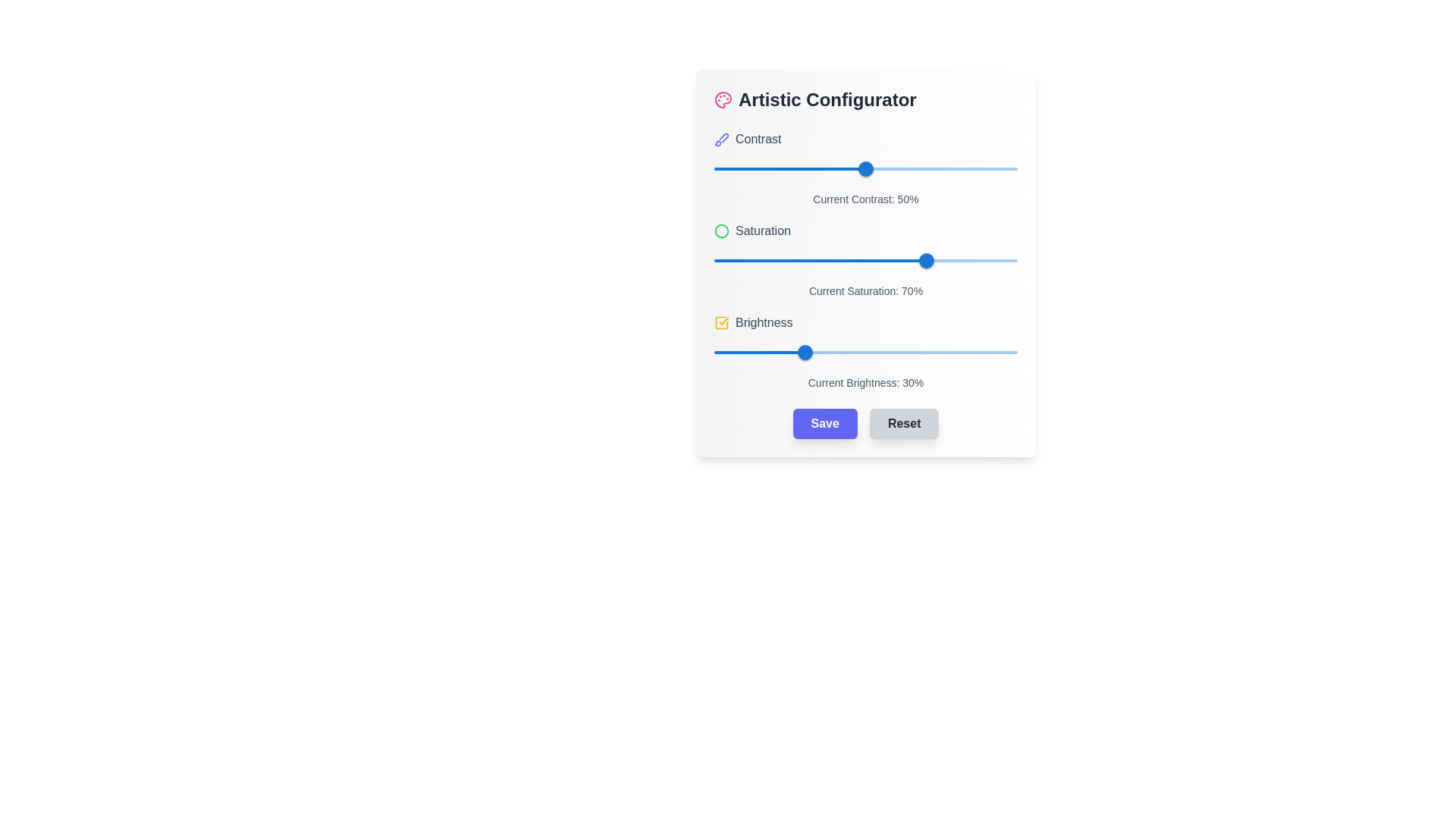  Describe the element at coordinates (729, 169) in the screenshot. I see `contrast` at that location.